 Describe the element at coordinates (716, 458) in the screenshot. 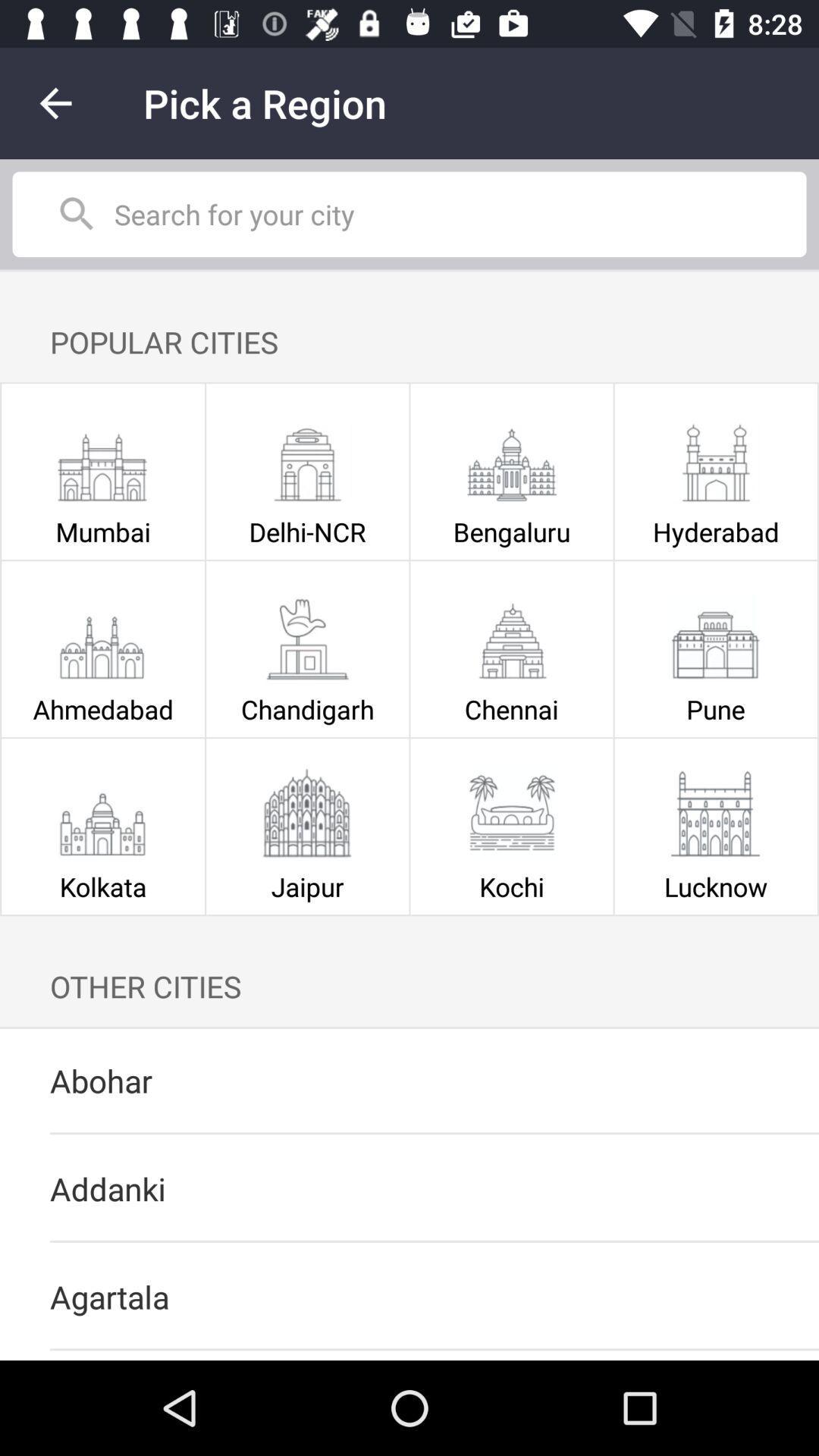

I see `the icon right to bengaluru` at that location.